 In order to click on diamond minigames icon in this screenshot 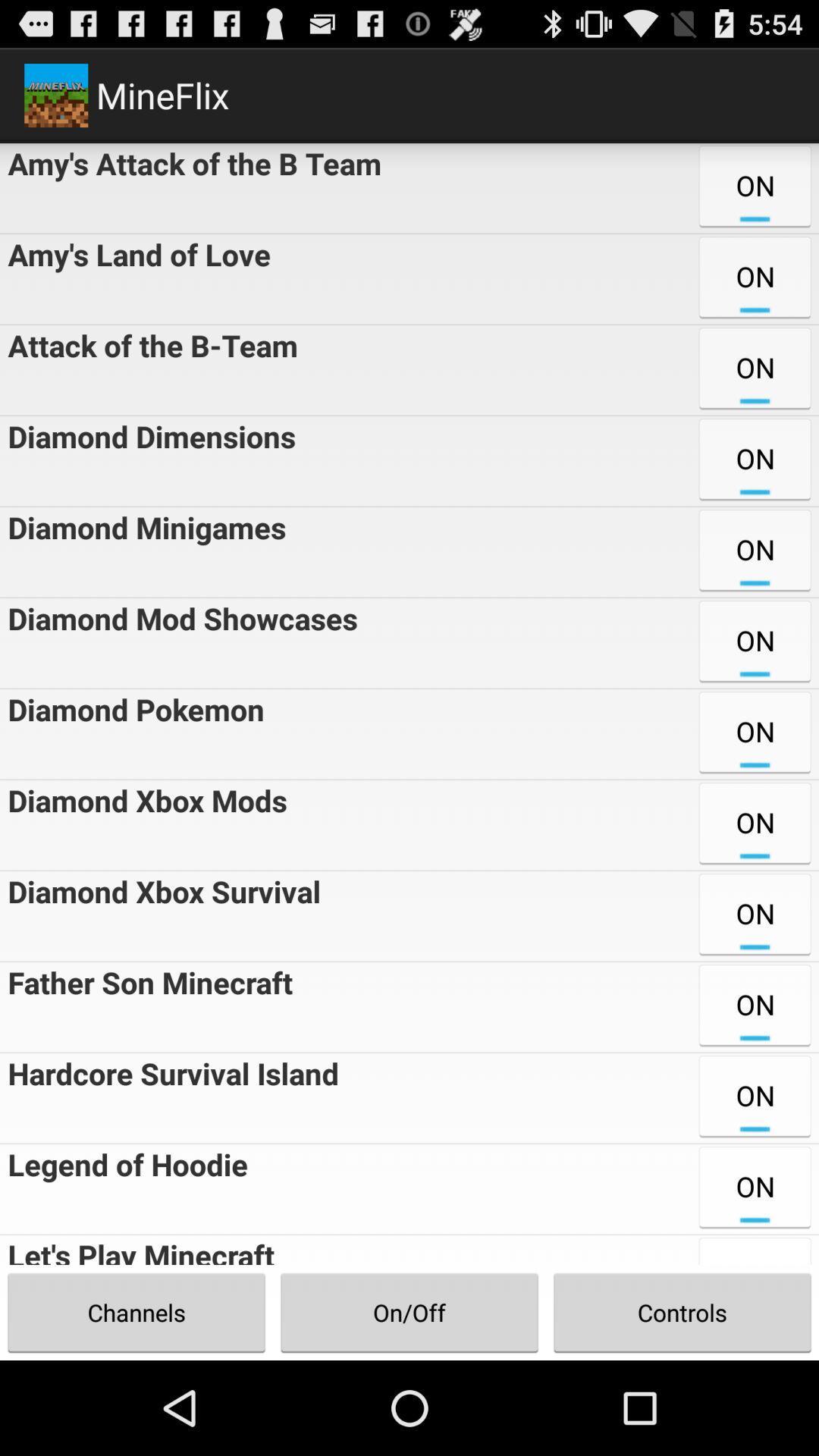, I will do `click(143, 551)`.